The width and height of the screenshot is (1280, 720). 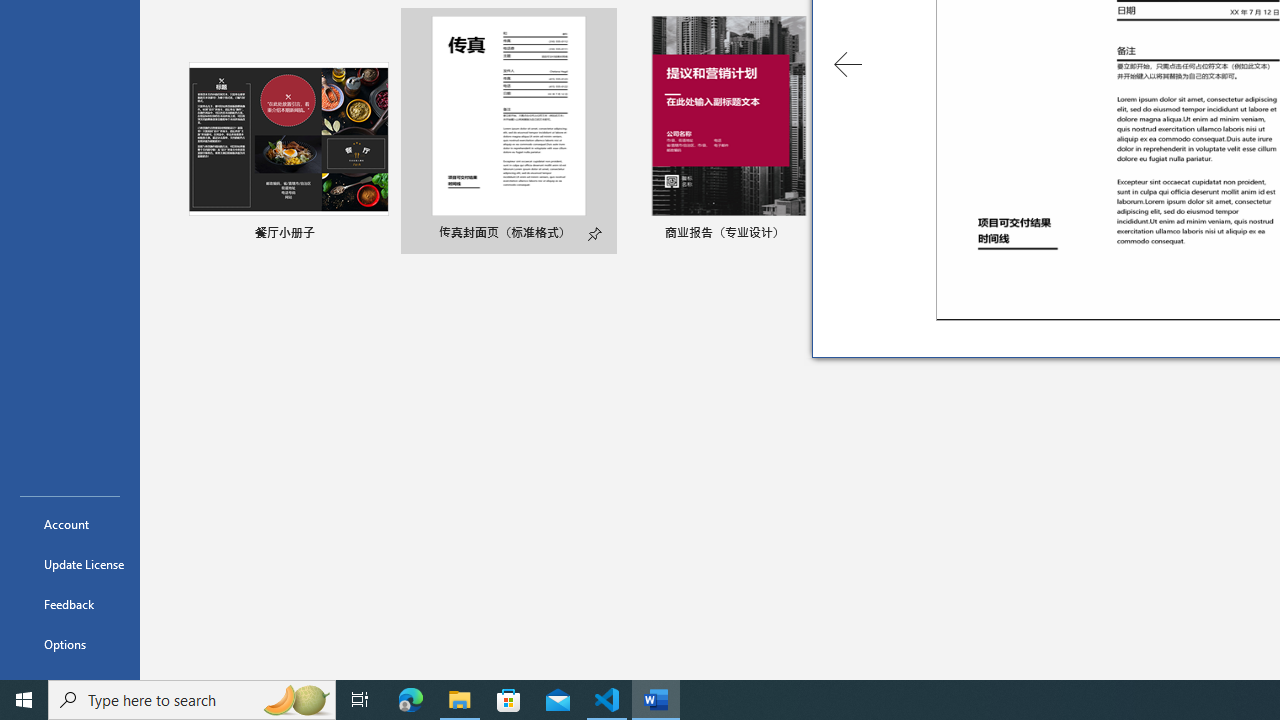 I want to click on 'Word - 1 running window', so click(x=656, y=698).